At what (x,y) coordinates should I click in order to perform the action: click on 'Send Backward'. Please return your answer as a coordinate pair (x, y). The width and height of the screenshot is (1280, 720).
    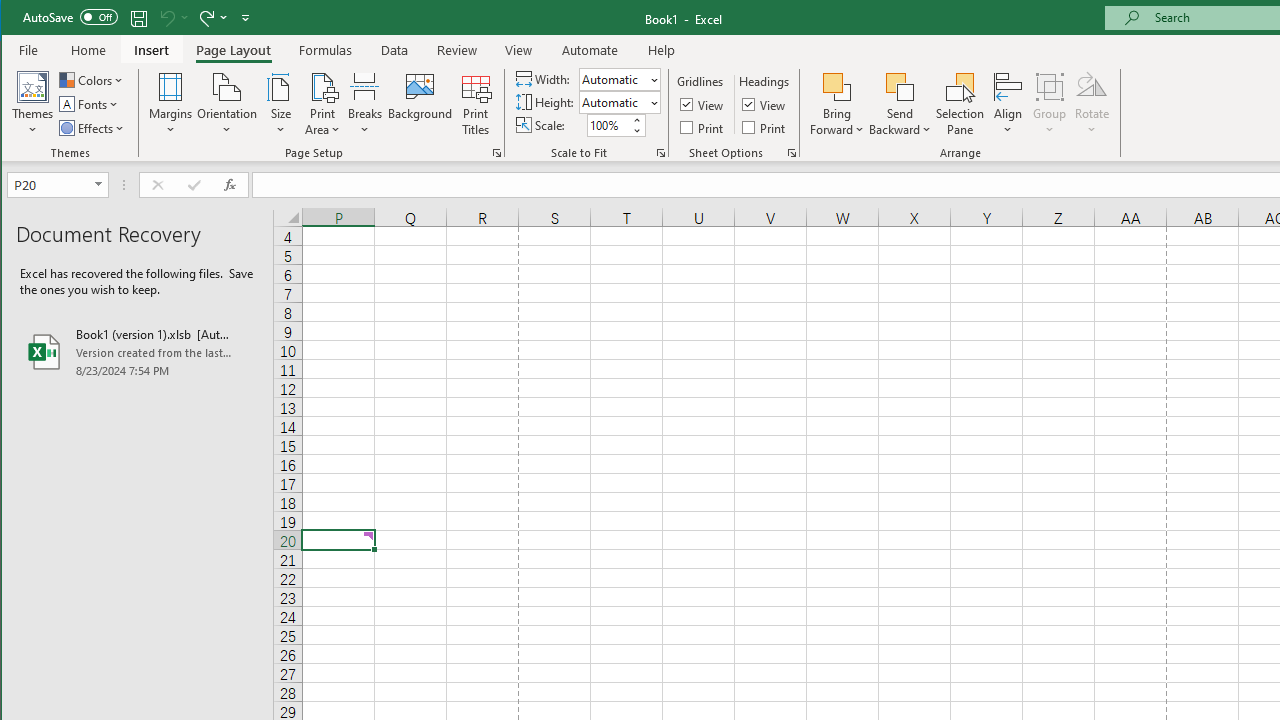
    Looking at the image, I should click on (899, 85).